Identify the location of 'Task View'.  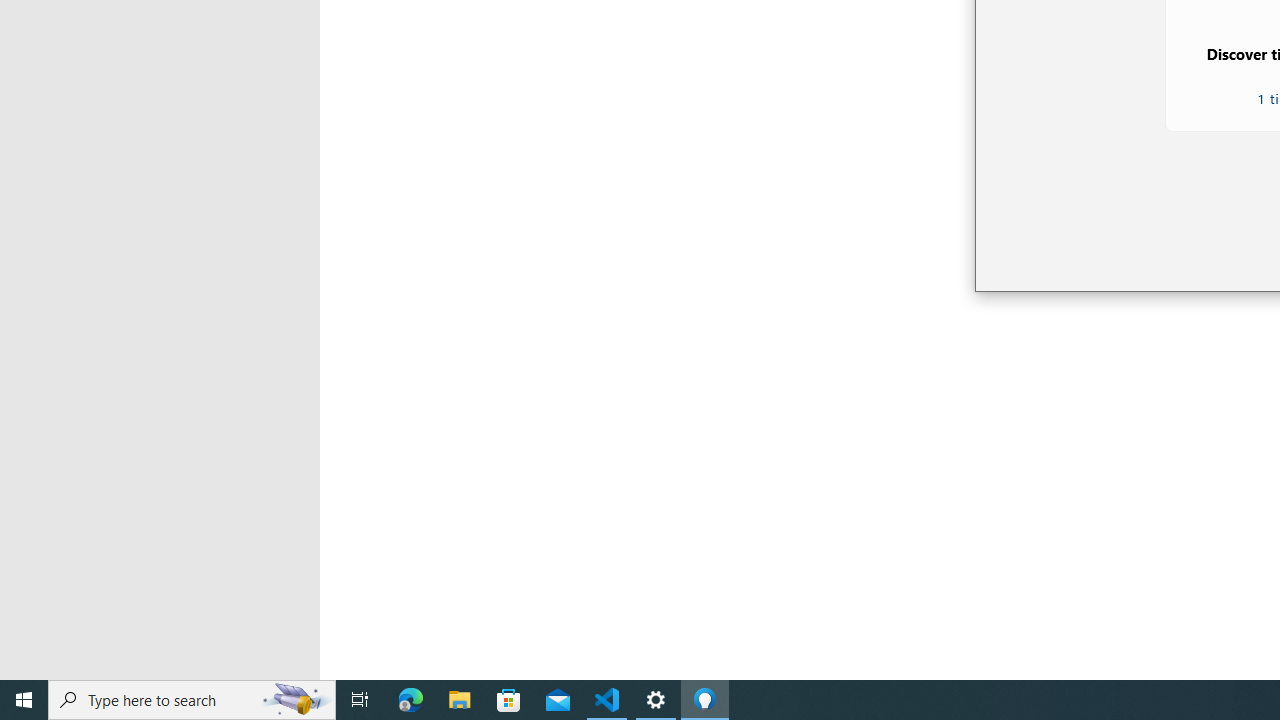
(359, 698).